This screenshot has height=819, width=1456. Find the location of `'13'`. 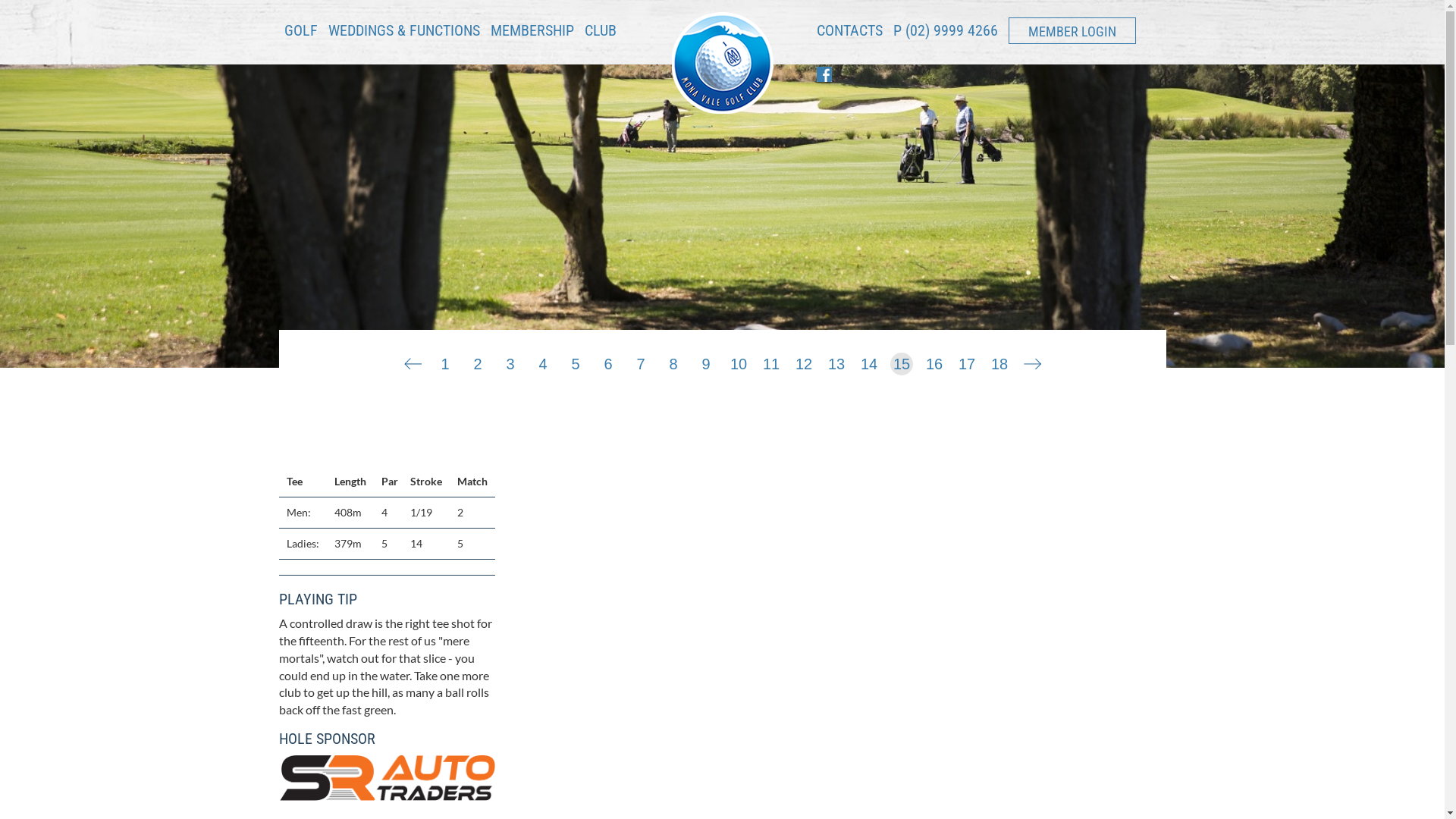

'13' is located at coordinates (836, 360).